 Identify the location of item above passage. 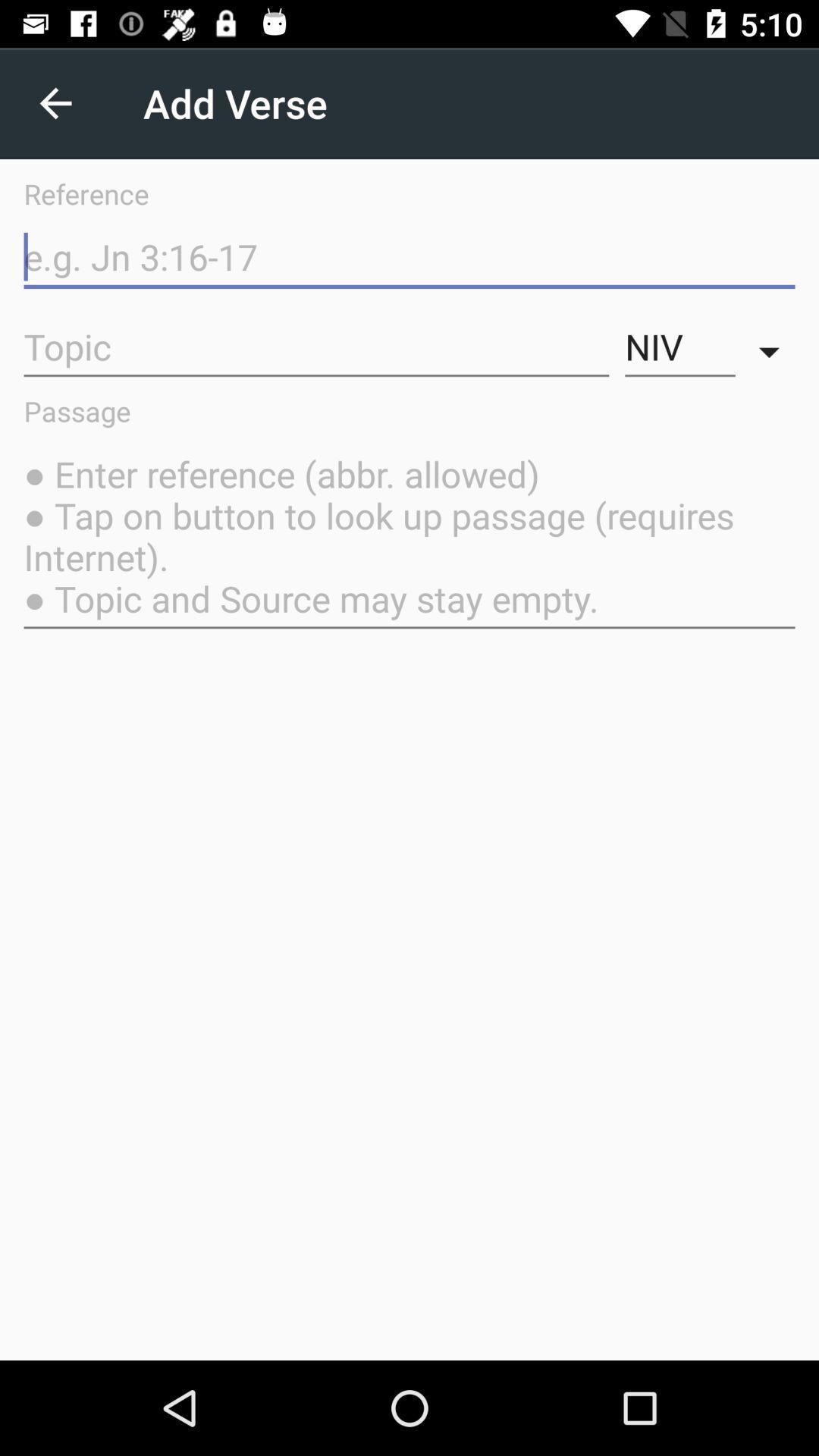
(679, 347).